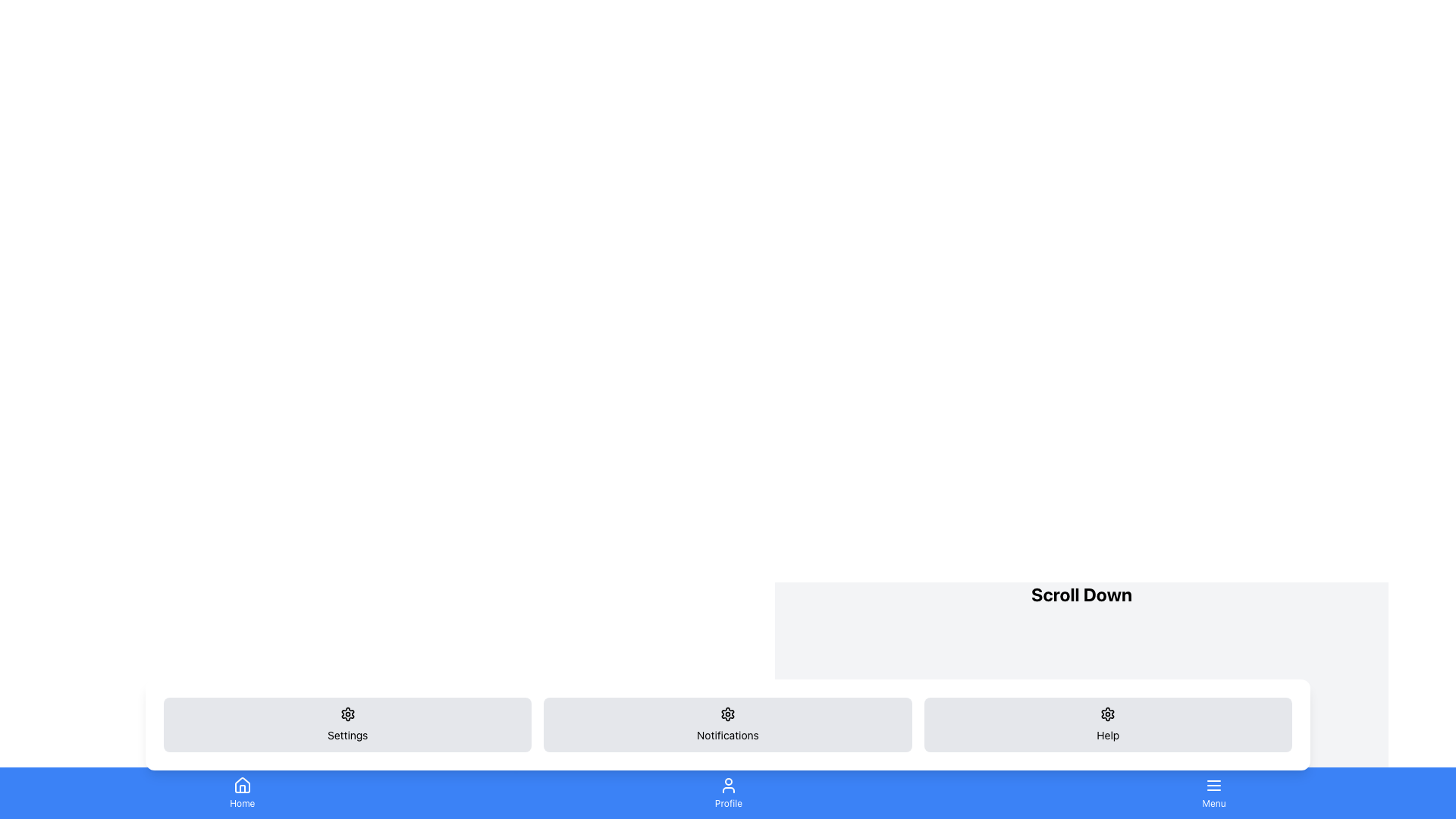 Image resolution: width=1456 pixels, height=819 pixels. What do you see at coordinates (1214, 803) in the screenshot?
I see `the 'Menu' text label located at the bottom-right corner of the interface, directly beneath the three-line menu icon` at bounding box center [1214, 803].